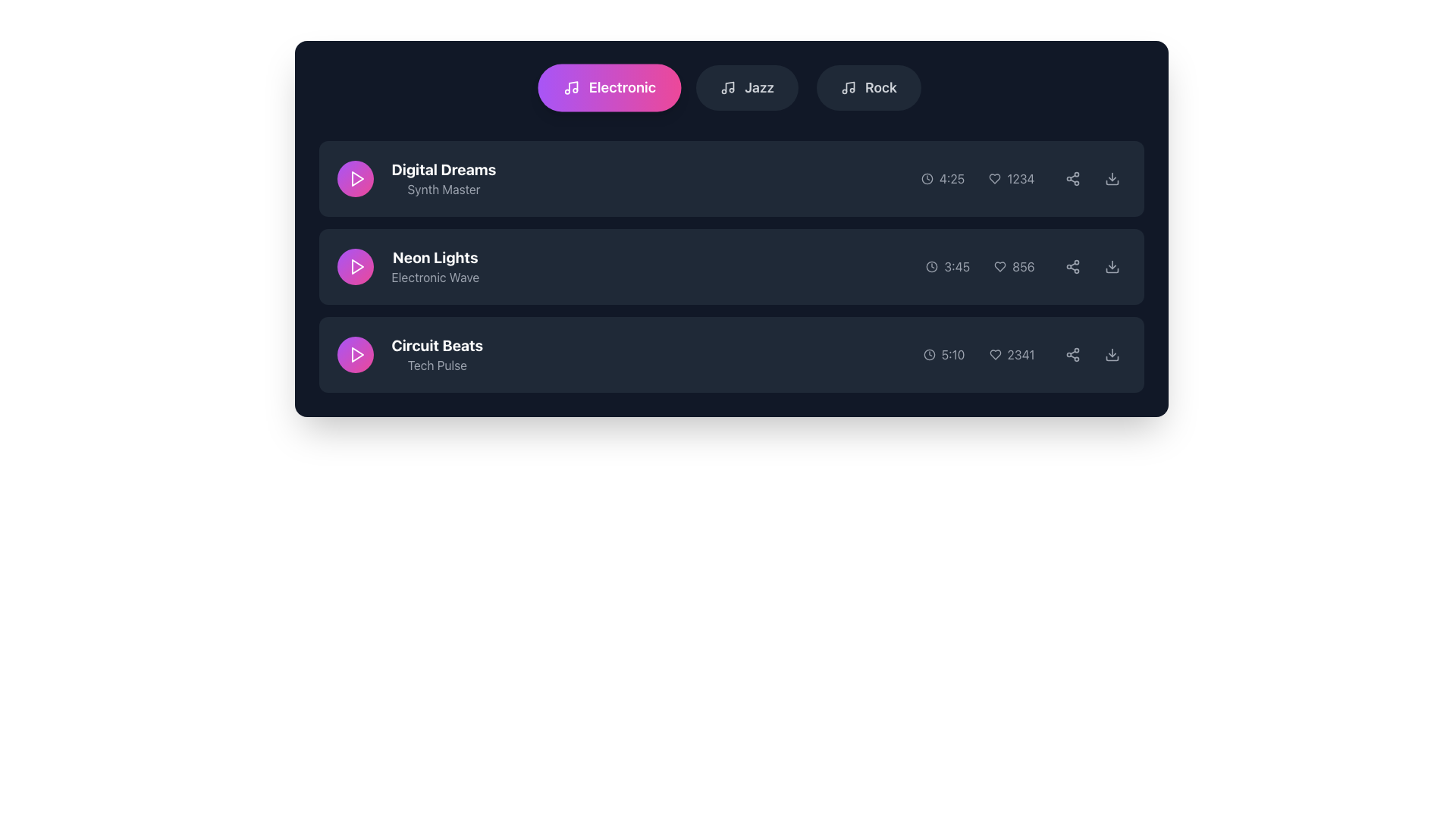 The height and width of the screenshot is (819, 1456). What do you see at coordinates (951, 177) in the screenshot?
I see `the Text label displaying '4:25' in low-contrast gray color, aligned with a clock icon to its left, located in the first row of the list within the 'Electronic' section` at bounding box center [951, 177].